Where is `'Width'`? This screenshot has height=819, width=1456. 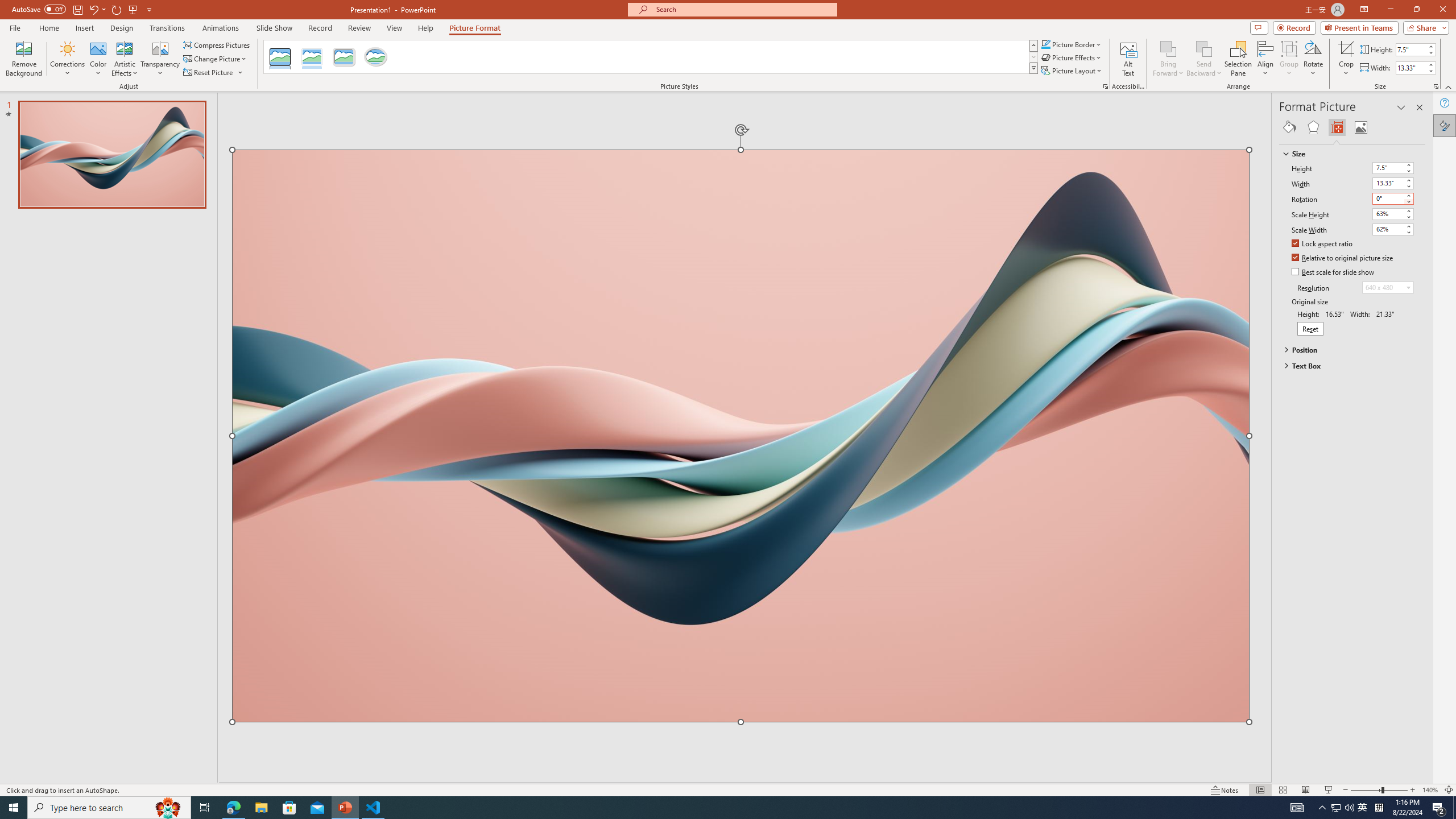
'Width' is located at coordinates (1393, 183).